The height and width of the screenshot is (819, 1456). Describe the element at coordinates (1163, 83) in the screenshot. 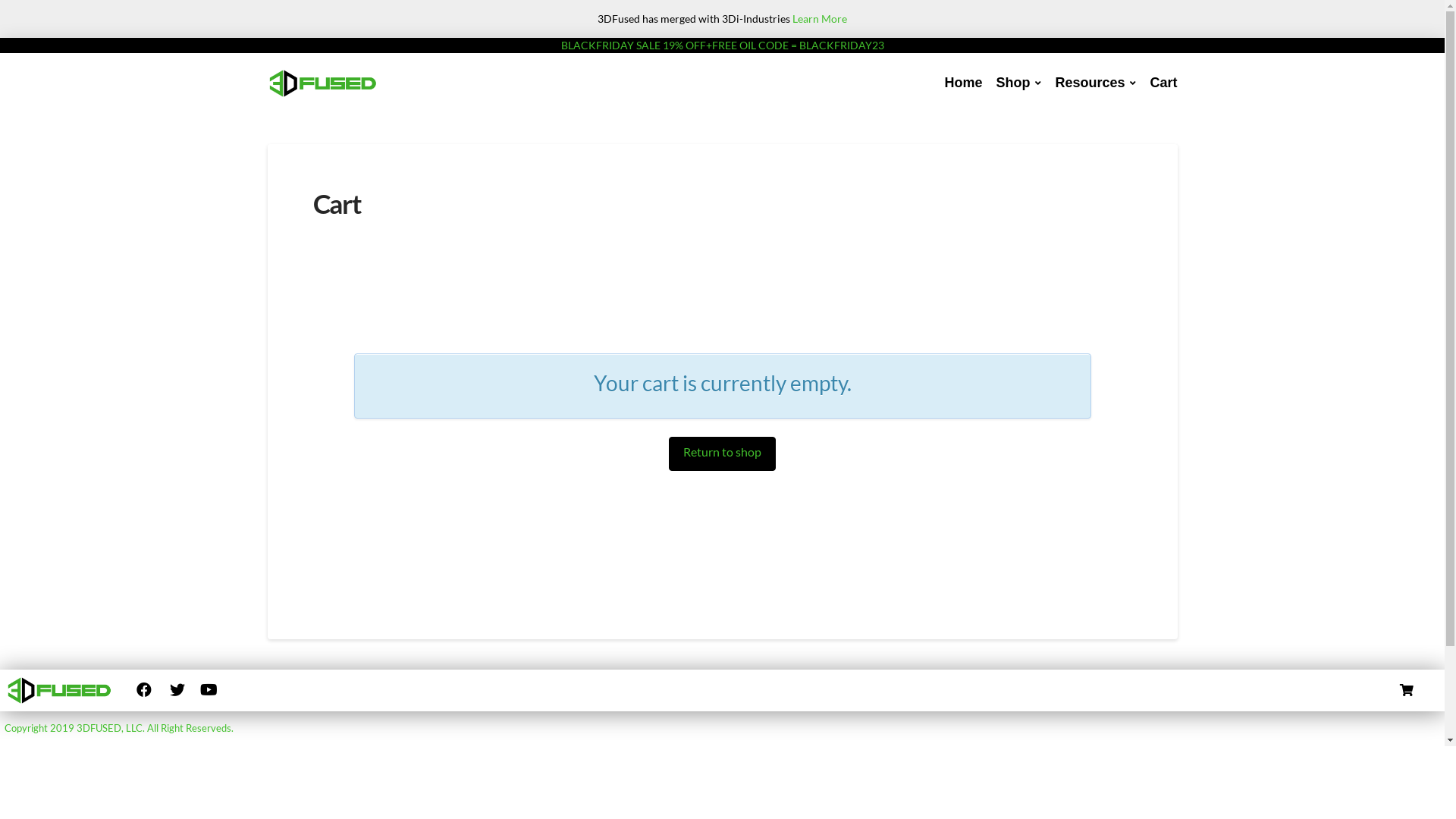

I see `'Cart'` at that location.